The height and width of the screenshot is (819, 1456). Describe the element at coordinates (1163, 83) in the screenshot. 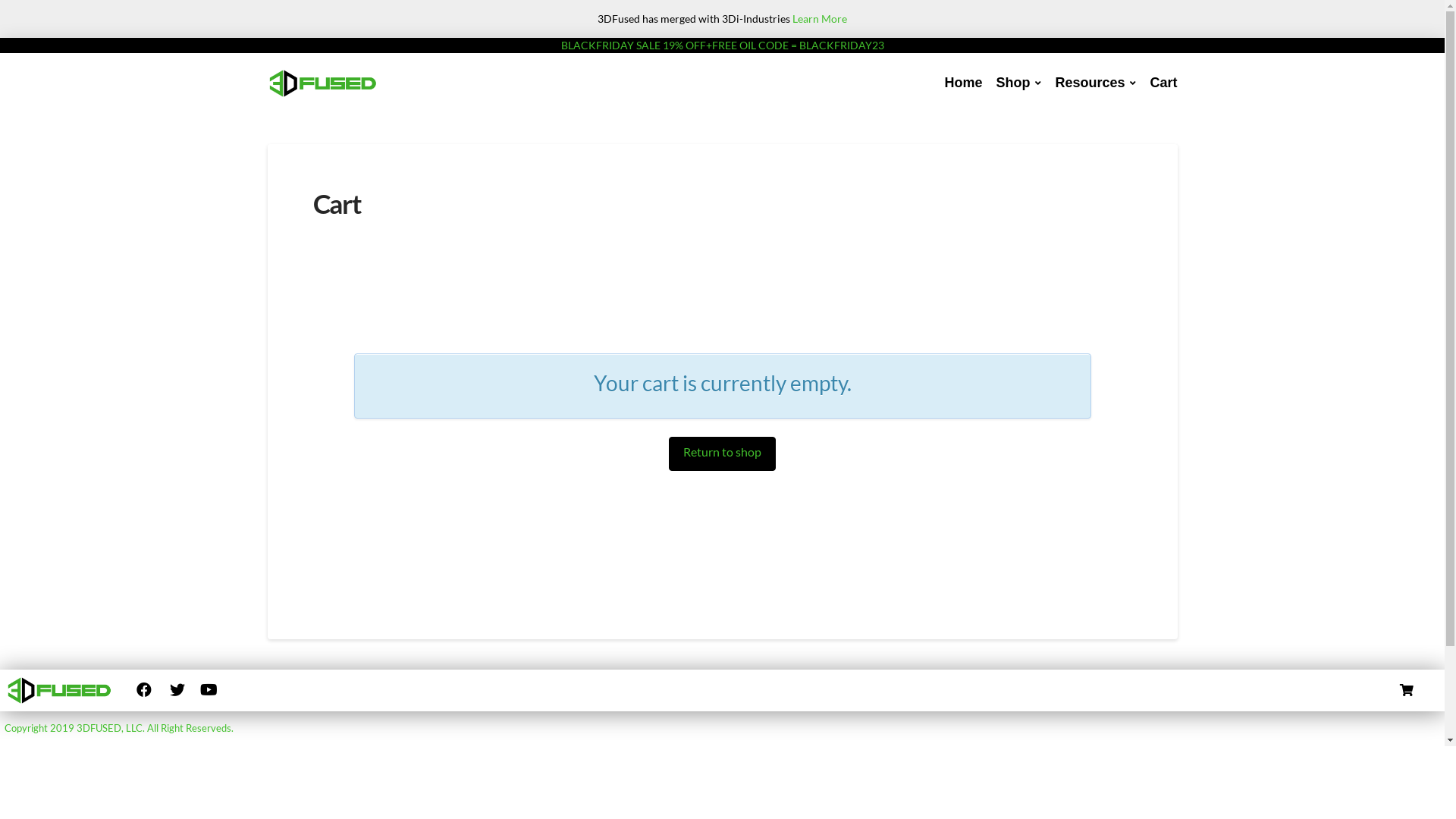

I see `'Cart'` at that location.